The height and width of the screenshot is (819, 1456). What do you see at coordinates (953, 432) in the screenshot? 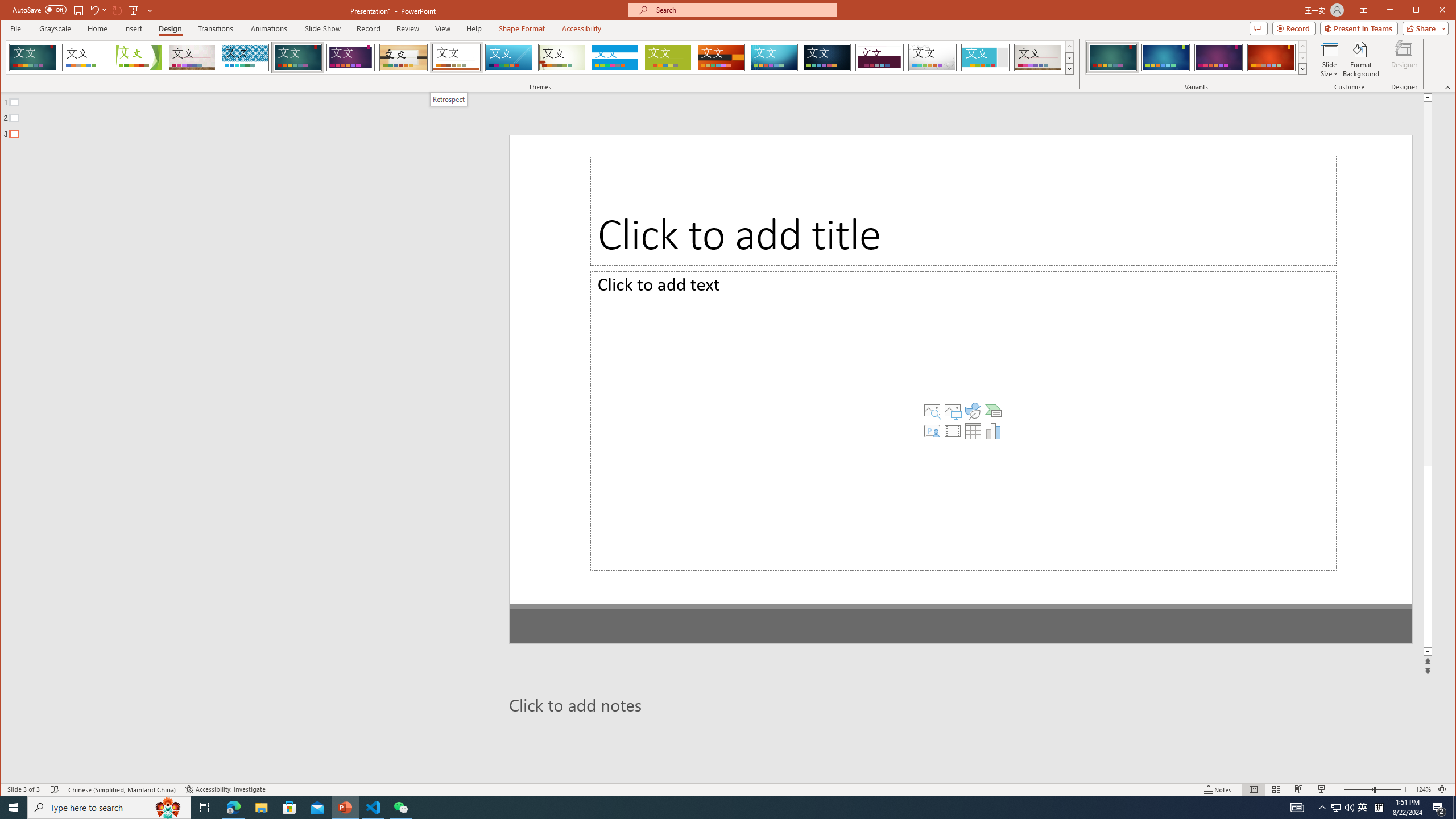
I see `'Insert a SmartArt Graphic'` at bounding box center [953, 432].